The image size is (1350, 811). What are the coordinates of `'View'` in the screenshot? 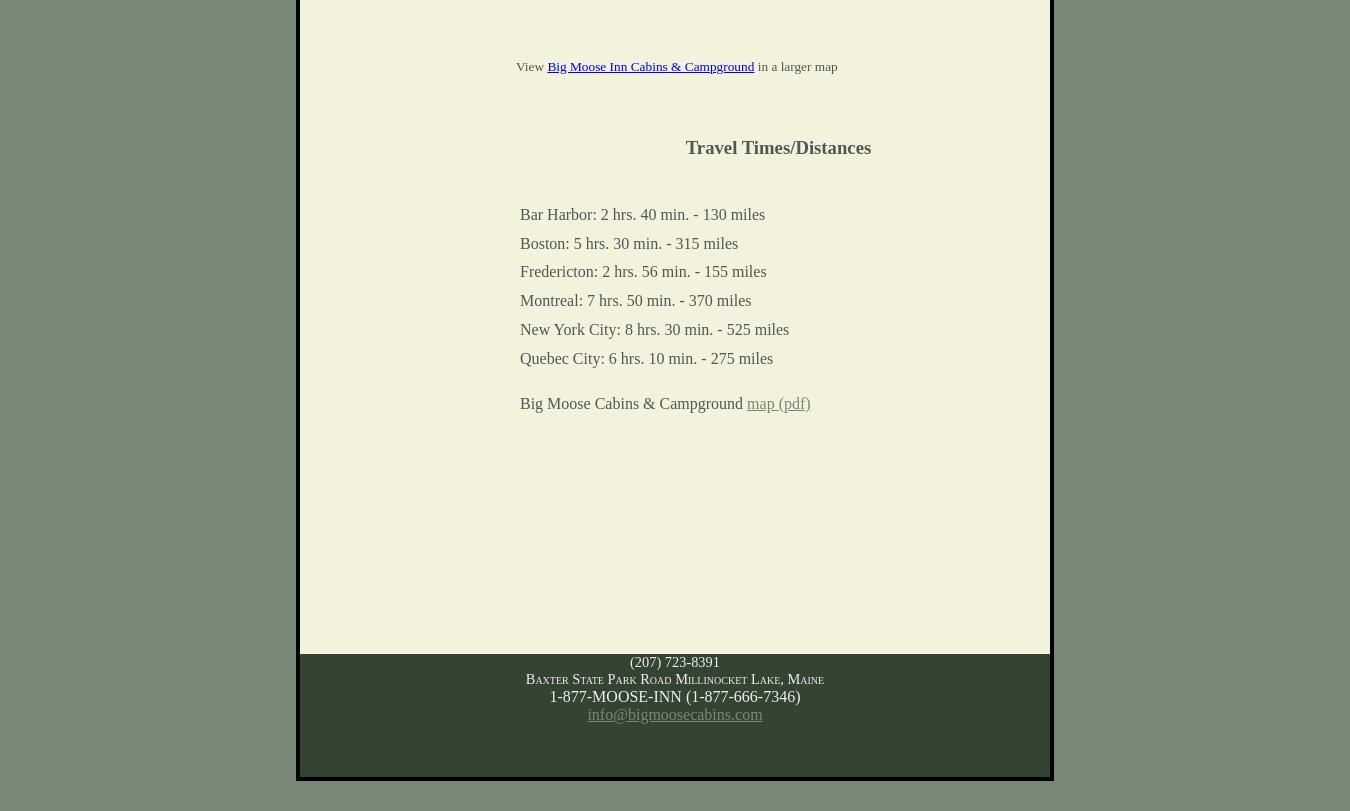 It's located at (530, 65).